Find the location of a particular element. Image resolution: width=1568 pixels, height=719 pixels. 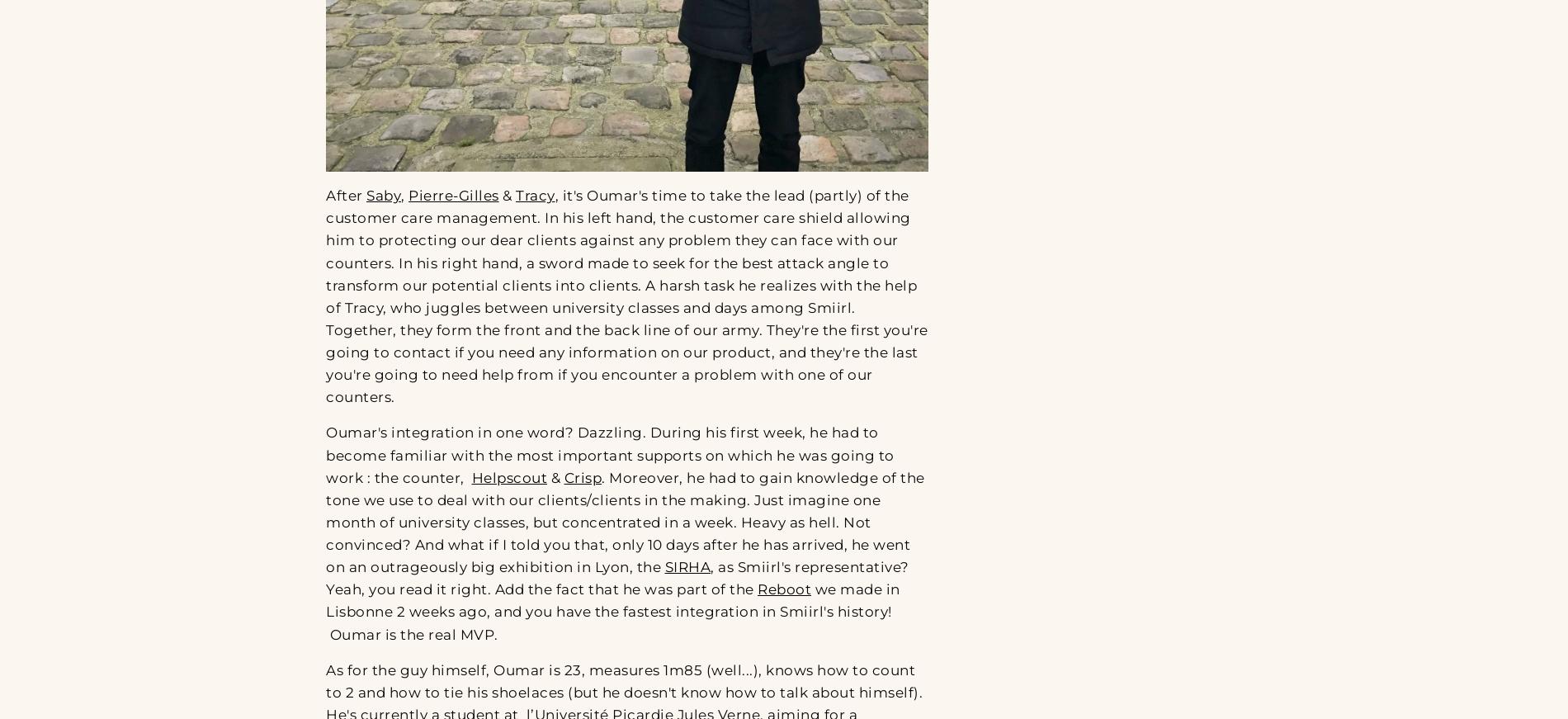

'After' is located at coordinates (345, 195).